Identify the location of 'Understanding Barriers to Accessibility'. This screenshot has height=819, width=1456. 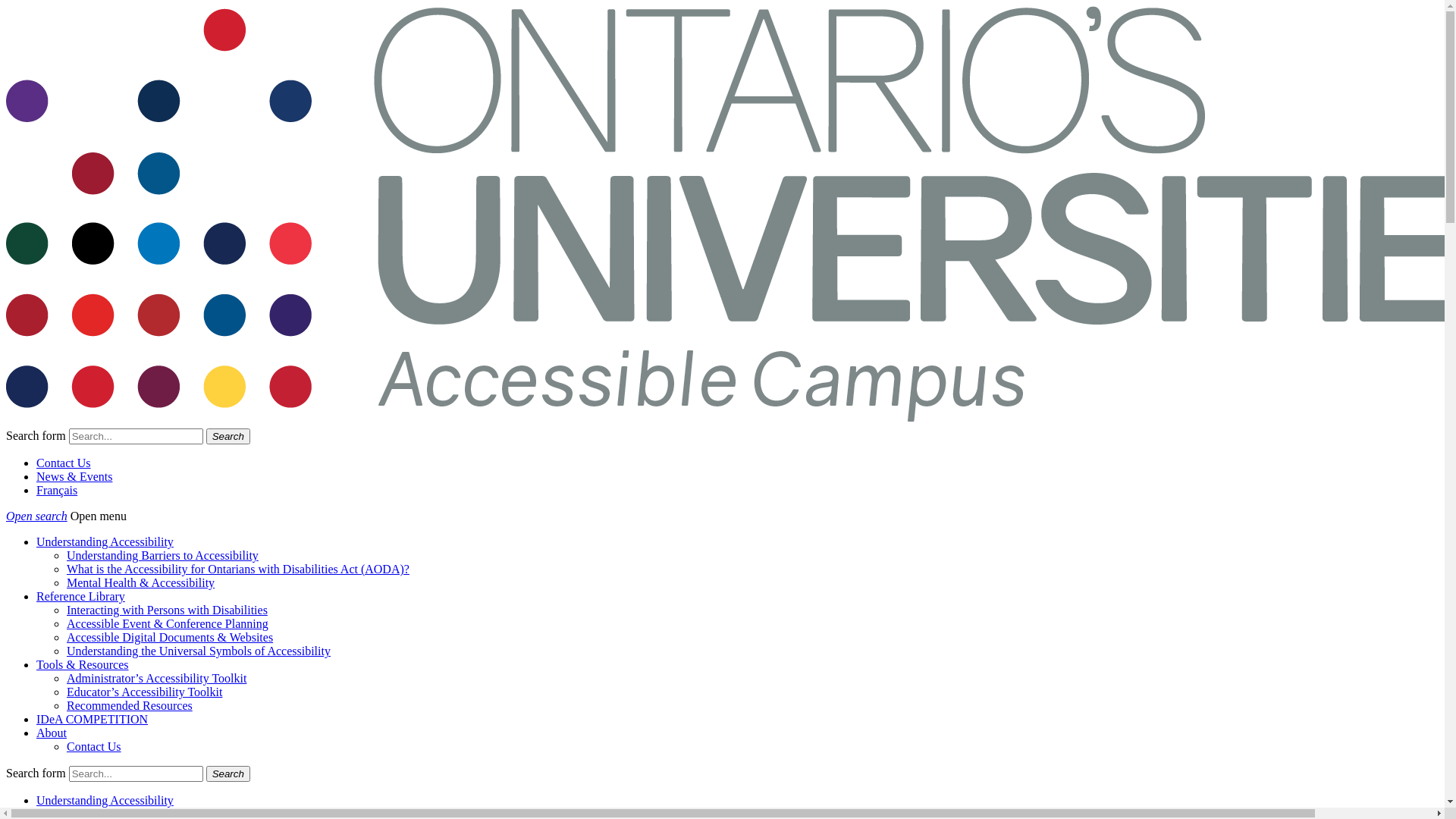
(162, 555).